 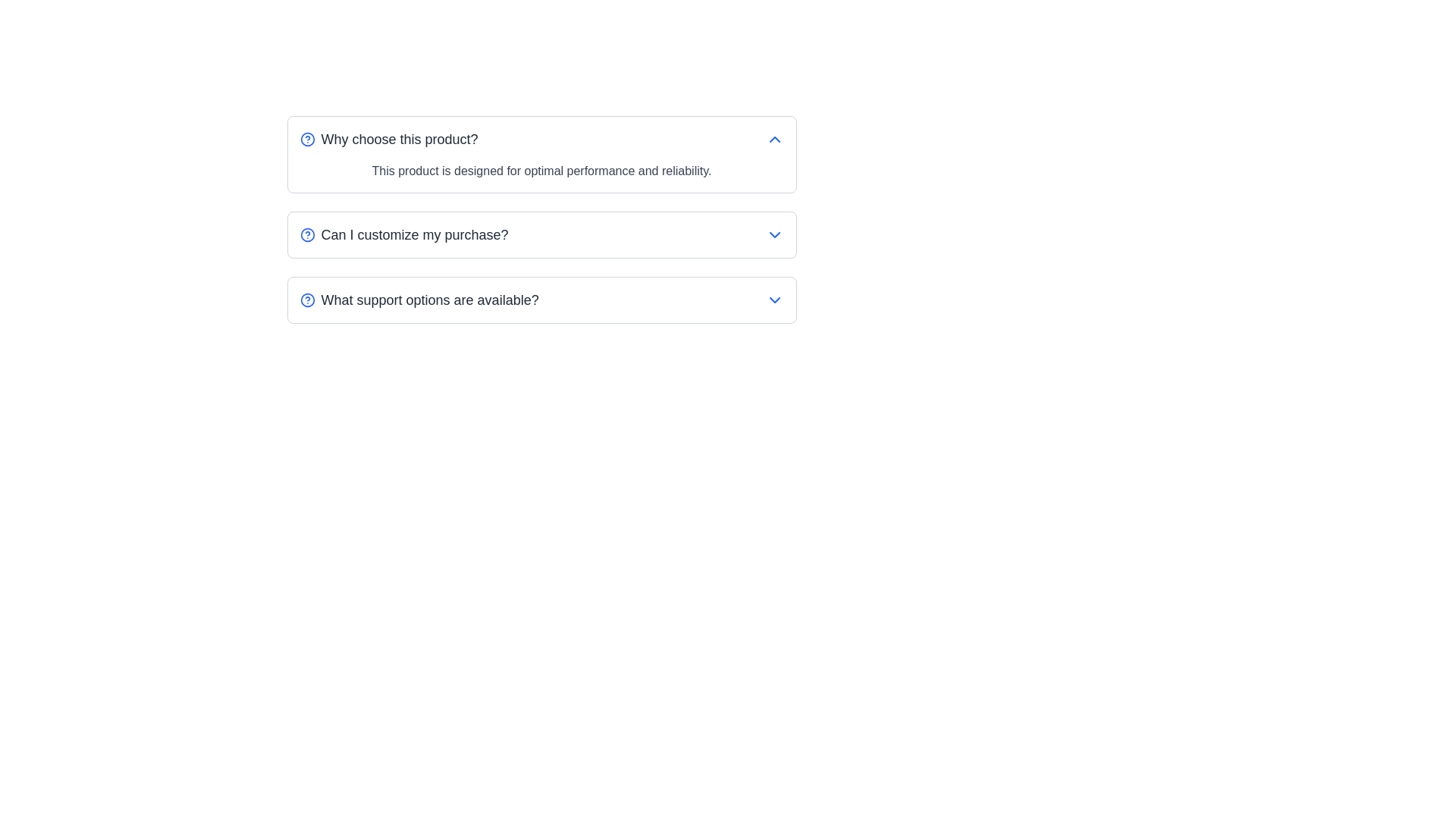 I want to click on the decorative circular graphic element of the help icon located next to the 'What support options are available?' question, so click(x=306, y=300).